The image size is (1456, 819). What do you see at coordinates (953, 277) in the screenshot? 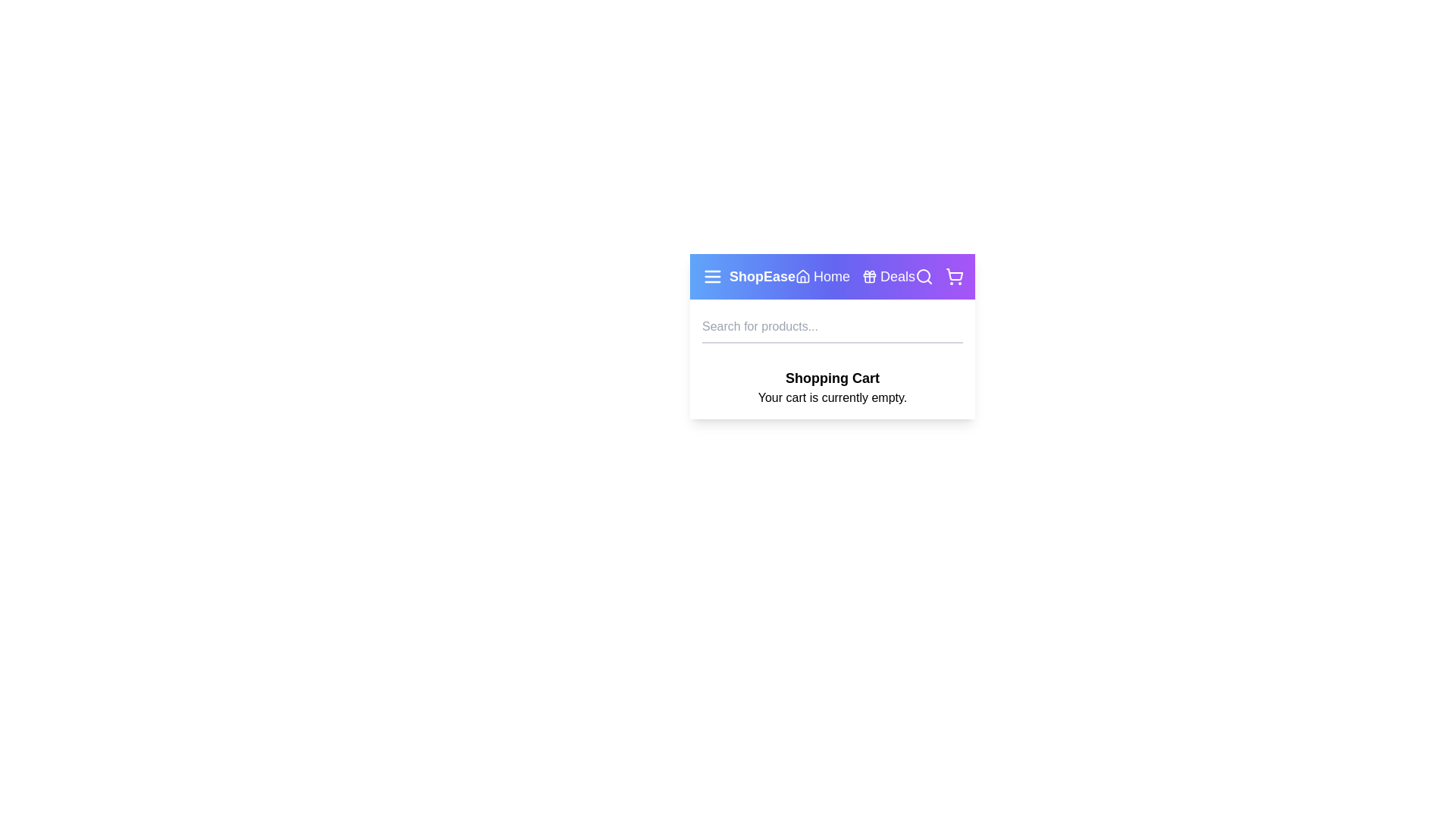
I see `the shopping cart icon to toggle the shopping cart visibility` at bounding box center [953, 277].